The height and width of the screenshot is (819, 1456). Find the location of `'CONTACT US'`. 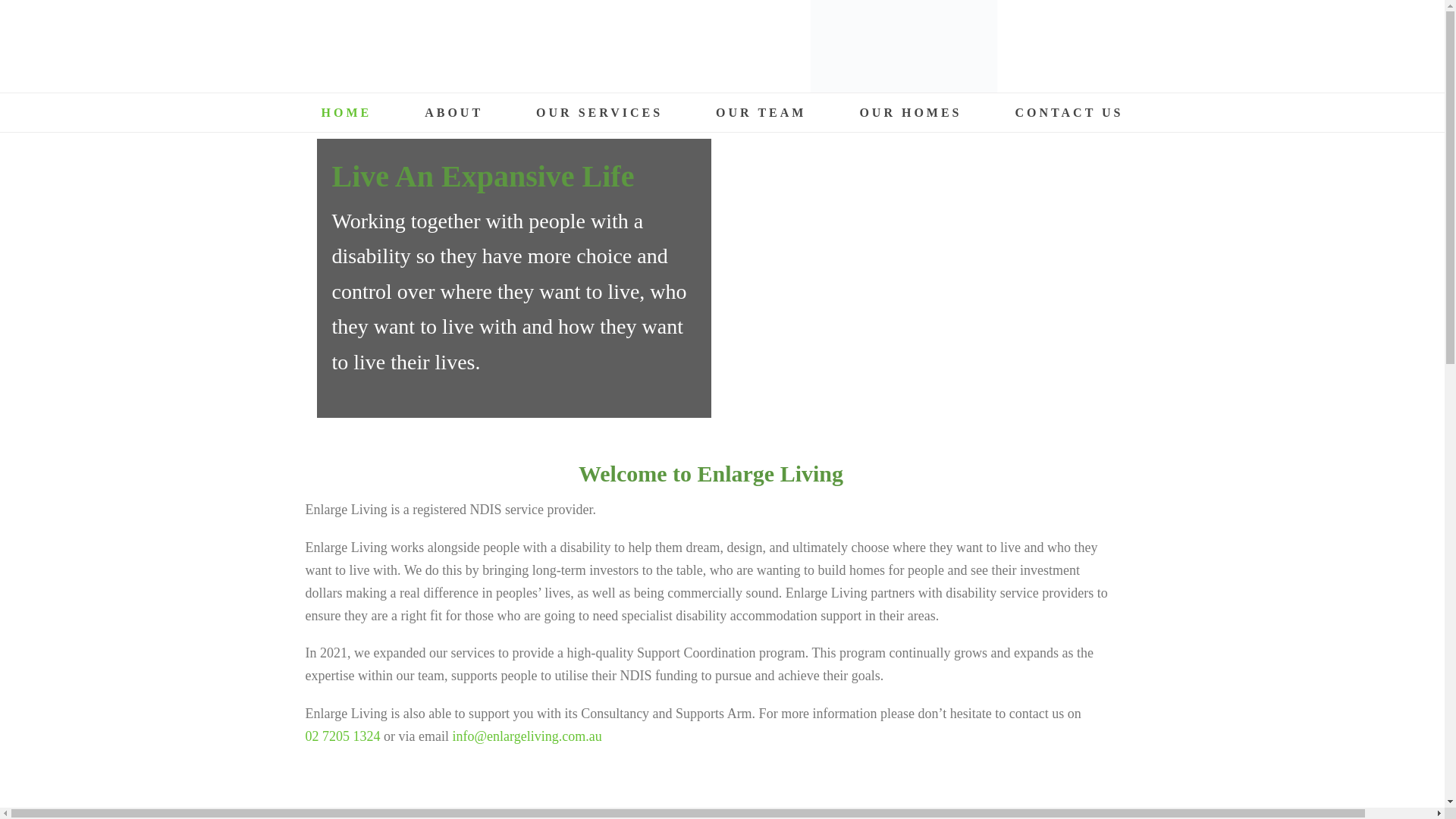

'CONTACT US' is located at coordinates (1068, 111).